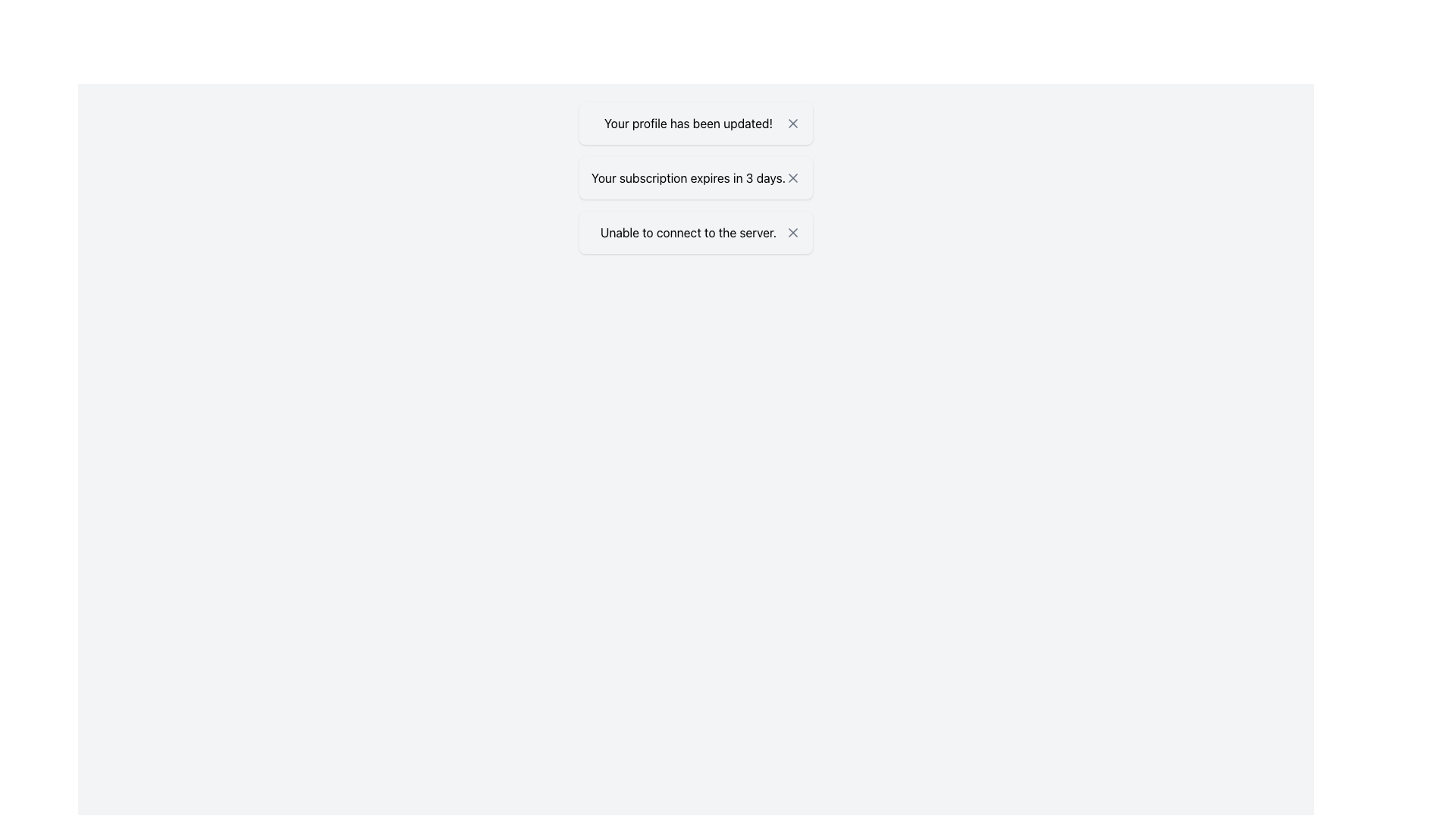 This screenshot has width=1456, height=819. I want to click on notification about the subscription expiration located in the second notification card between the messages 'Your profile has been updated!' and 'Unable to connect to the server.', so click(687, 177).